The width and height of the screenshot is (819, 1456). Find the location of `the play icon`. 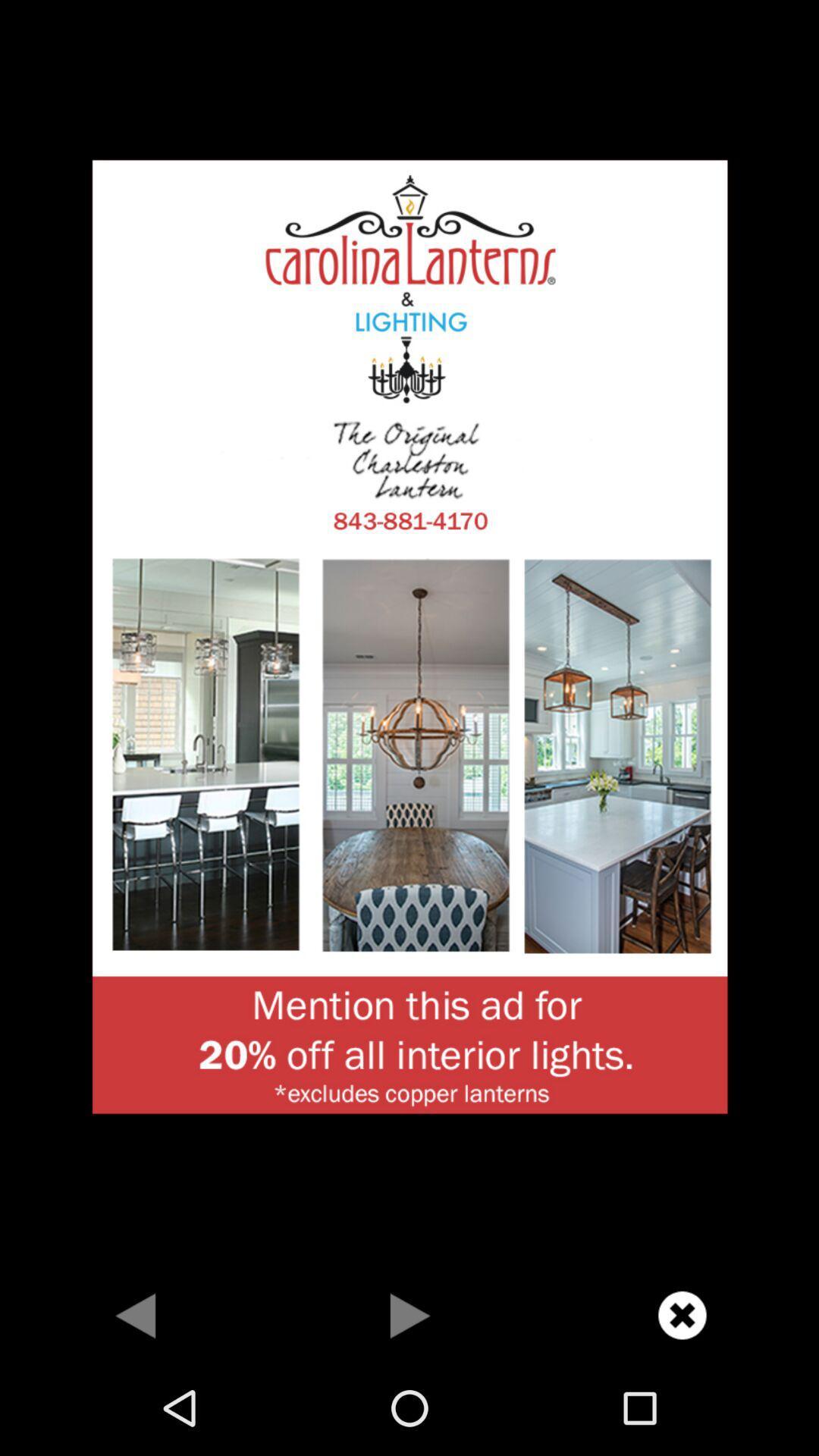

the play icon is located at coordinates (409, 1407).